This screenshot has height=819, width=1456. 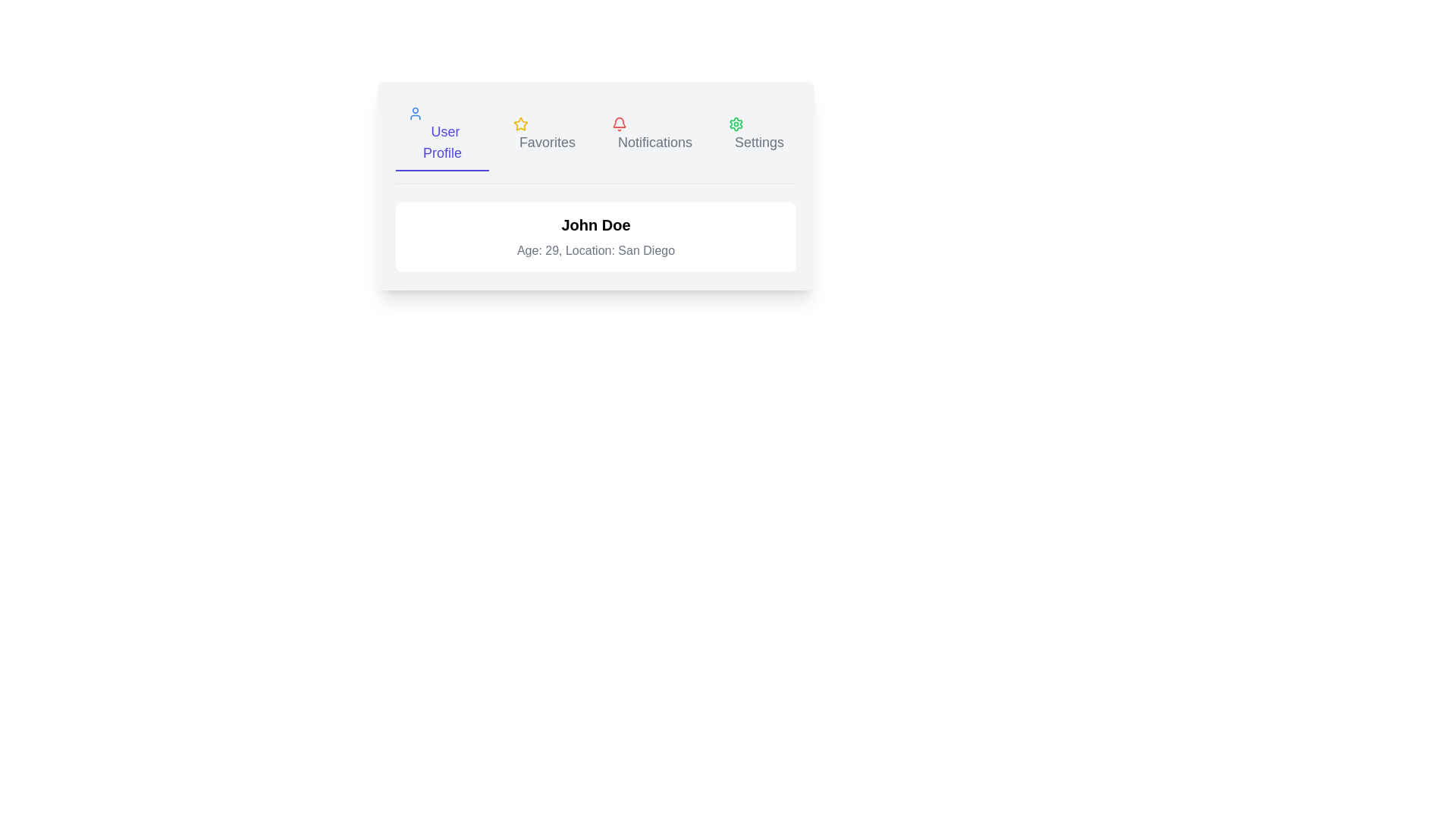 What do you see at coordinates (415, 113) in the screenshot?
I see `the user icon, which is an outline of a person in blue color, located in the navigation header as the first element in the 'User Profile' tab` at bounding box center [415, 113].